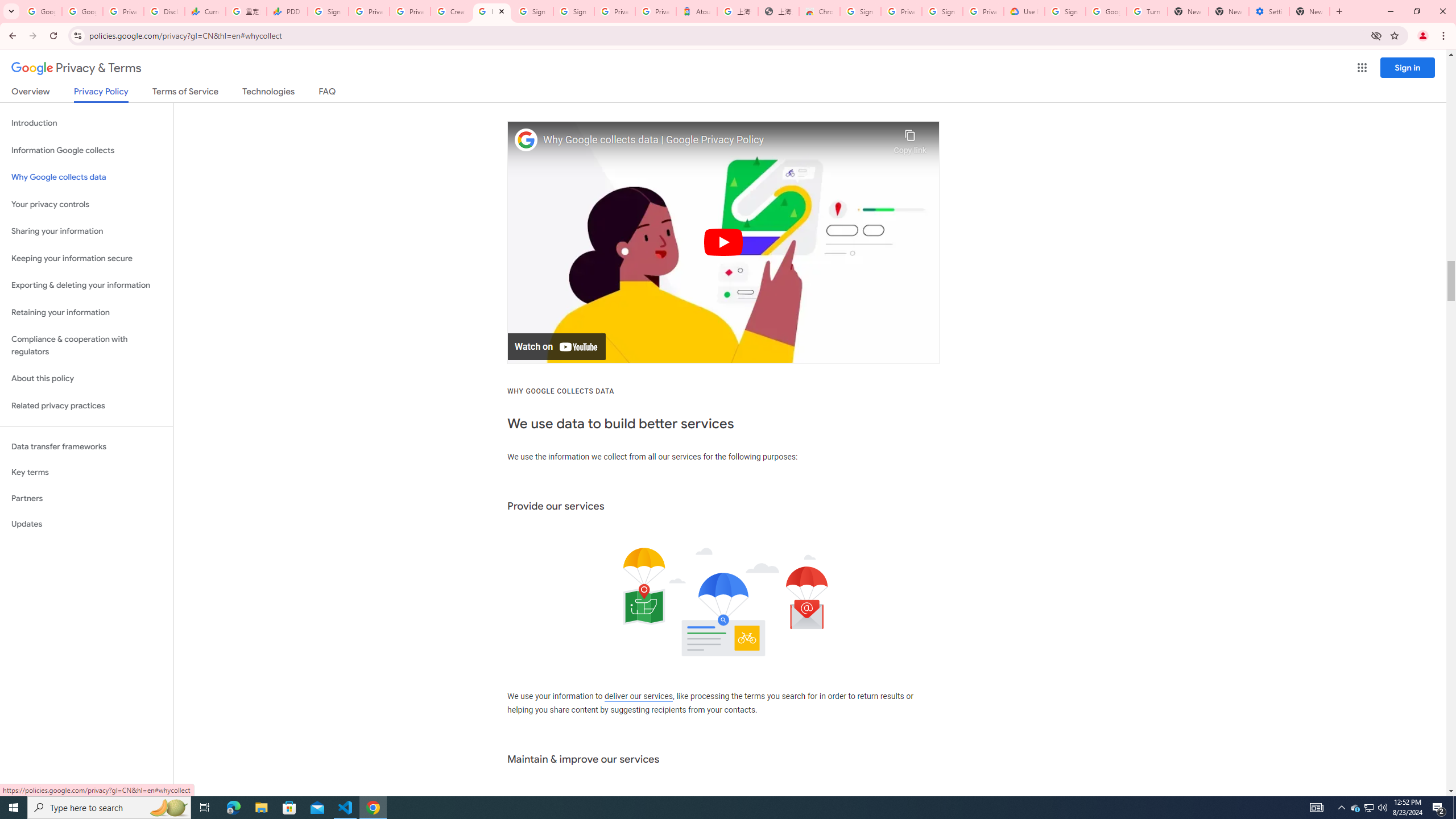  I want to click on 'Watch on YouTube', so click(556, 346).